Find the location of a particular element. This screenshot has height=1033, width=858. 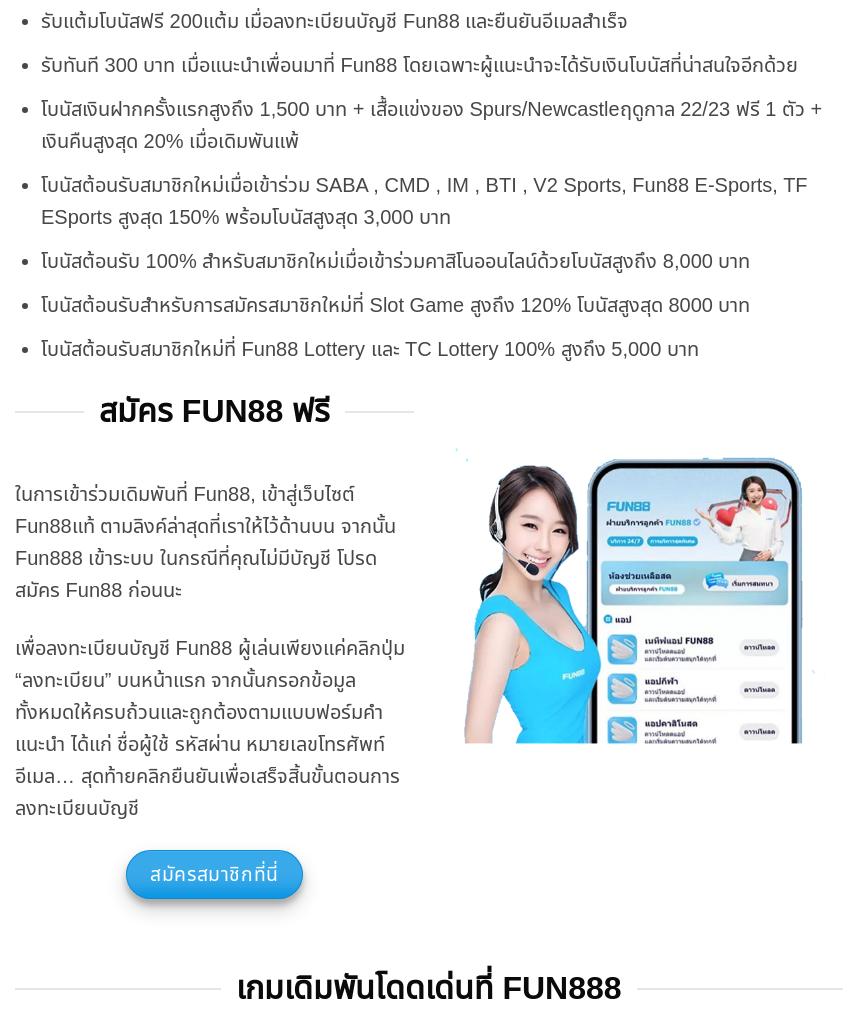

'สมัคร Fun88 ฟรี' is located at coordinates (213, 409).